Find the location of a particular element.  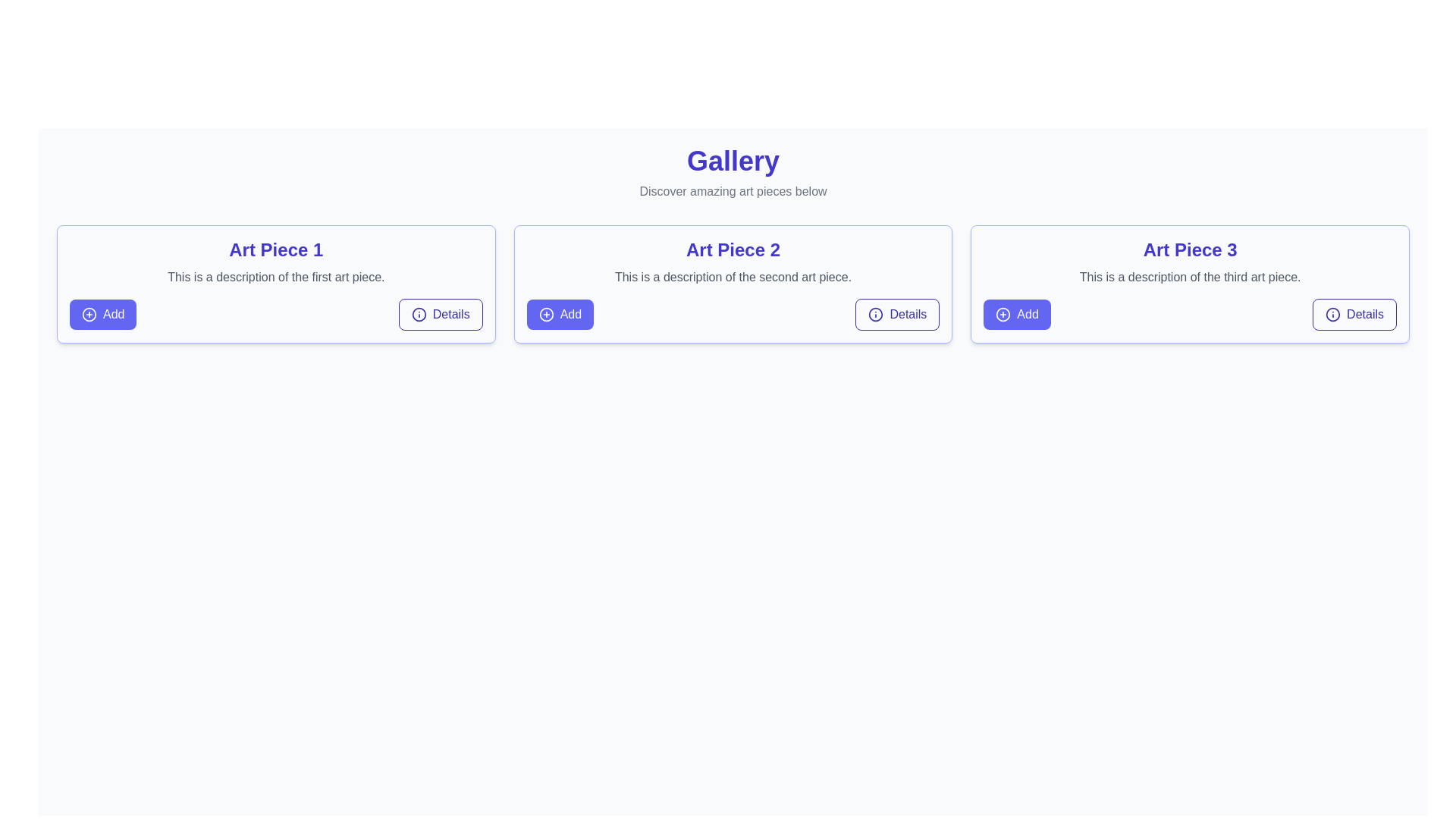

the information icon with a circular border and a dot in the center, located to the left of the 'Details' text inside the button on the right side of the first art piece description card is located at coordinates (419, 314).